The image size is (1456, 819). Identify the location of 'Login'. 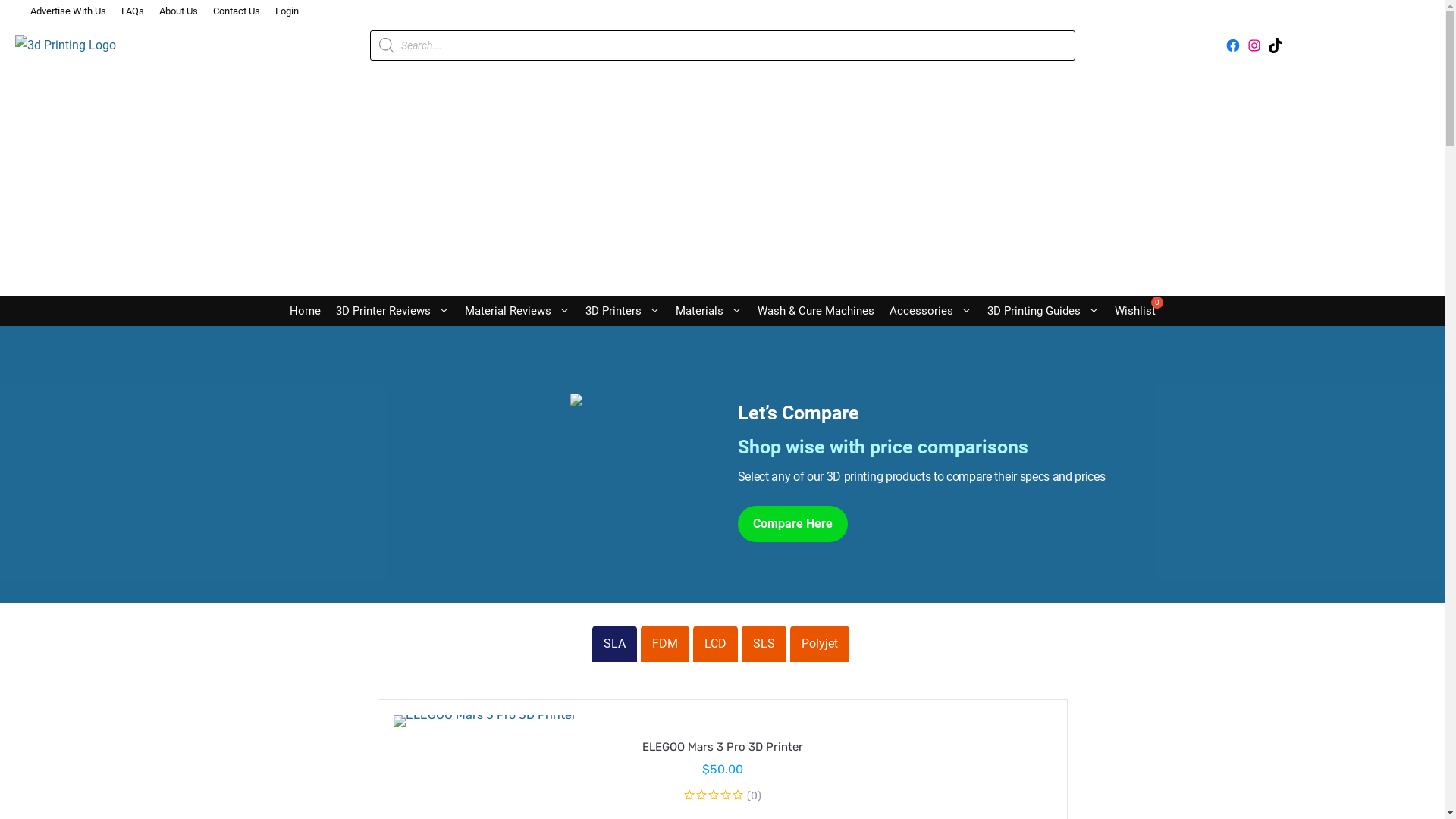
(287, 11).